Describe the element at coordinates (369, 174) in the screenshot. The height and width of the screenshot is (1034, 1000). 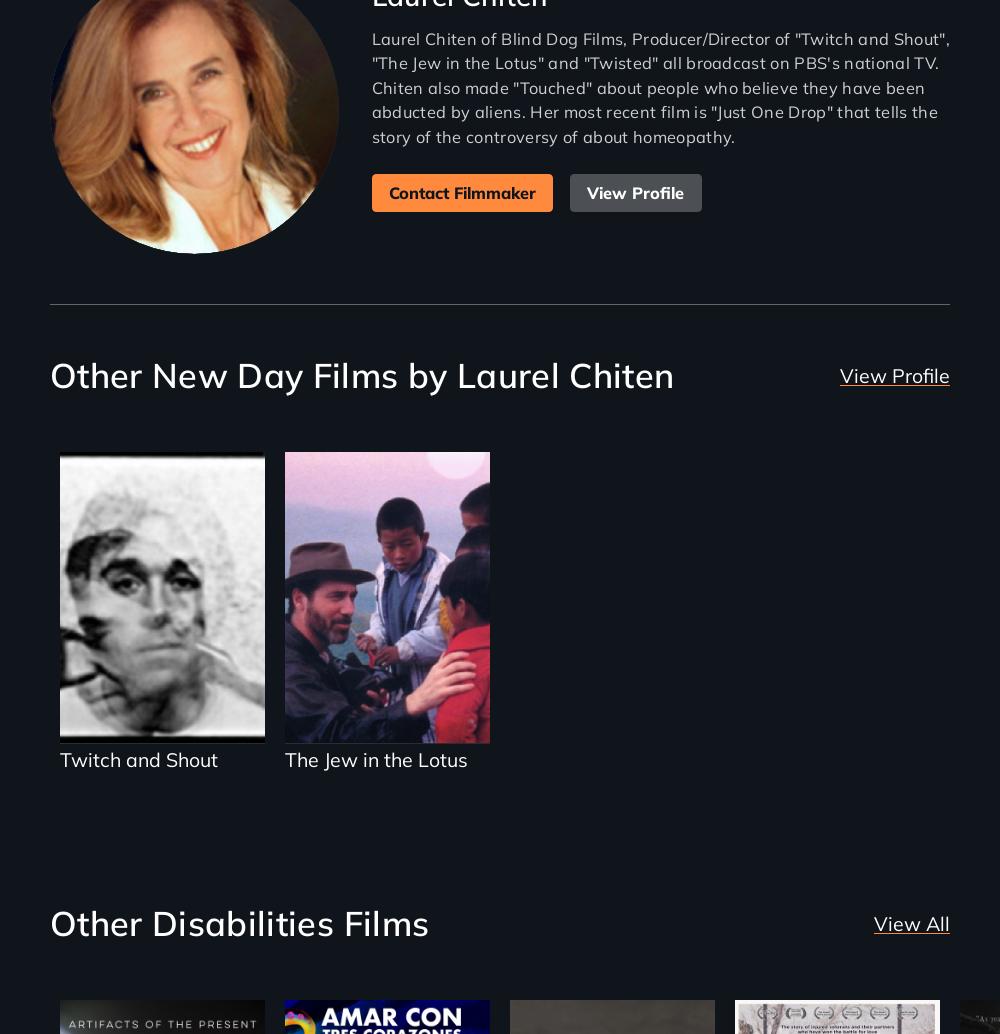
I see `'The remarkable thing about Chiten's documentary is the vibrant tenderness and great good humor with which she introduces us to the lives of these extradorinarily ordinary people who endure incessant misunderstanding.'` at that location.